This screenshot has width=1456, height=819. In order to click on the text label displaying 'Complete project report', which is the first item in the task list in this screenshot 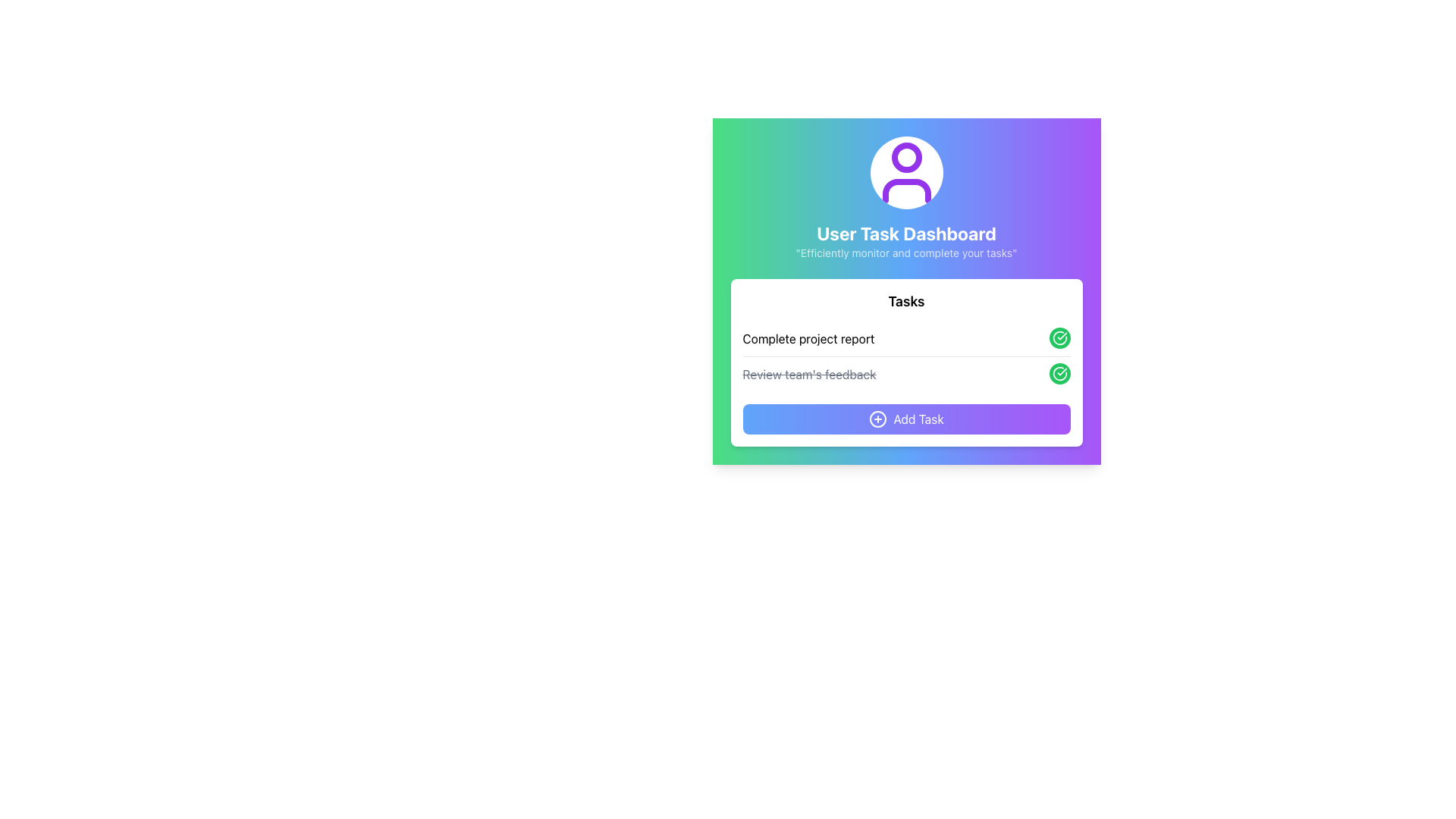, I will do `click(808, 338)`.